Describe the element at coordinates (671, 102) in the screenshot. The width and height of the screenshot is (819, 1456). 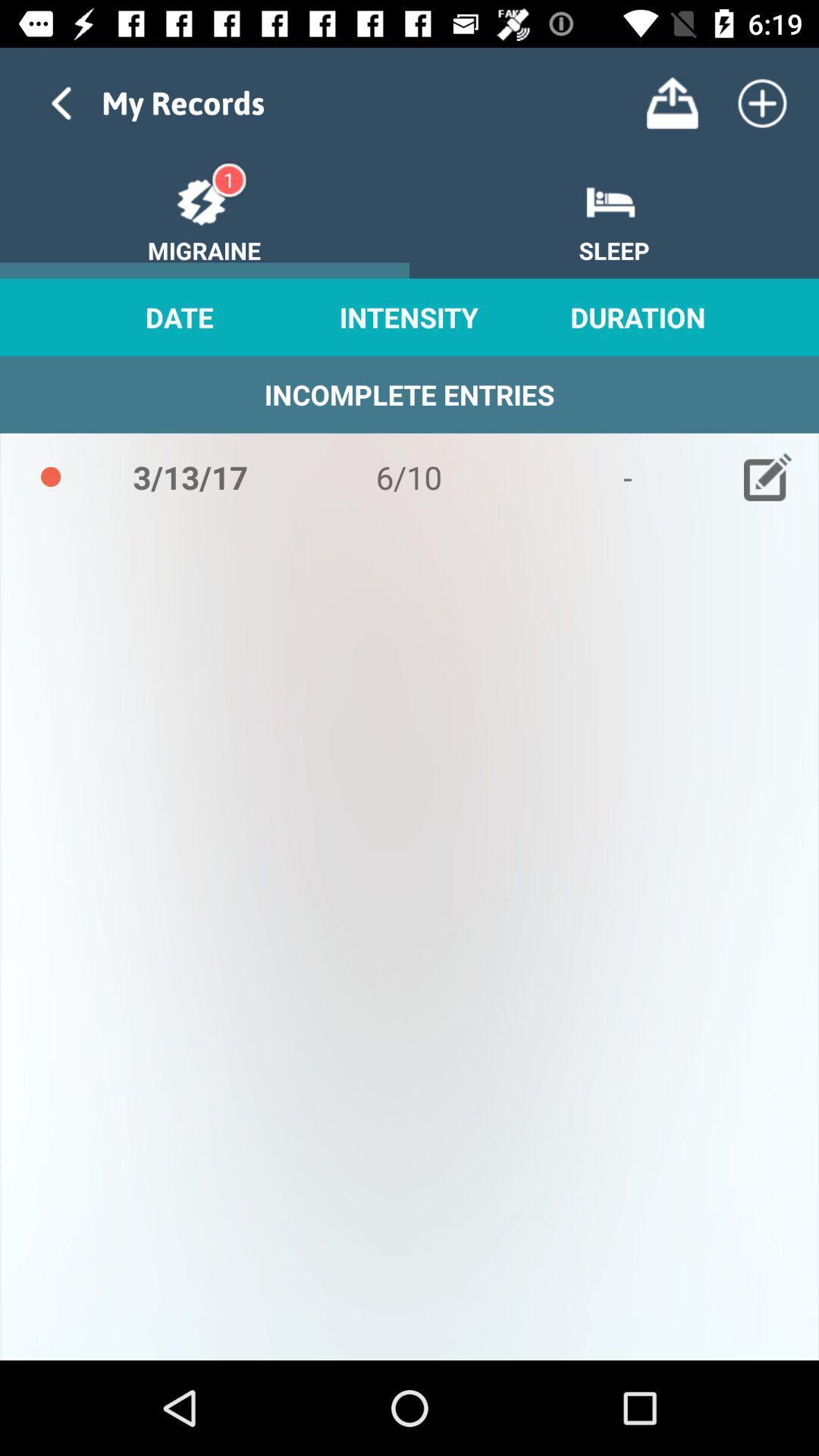
I see `send message` at that location.